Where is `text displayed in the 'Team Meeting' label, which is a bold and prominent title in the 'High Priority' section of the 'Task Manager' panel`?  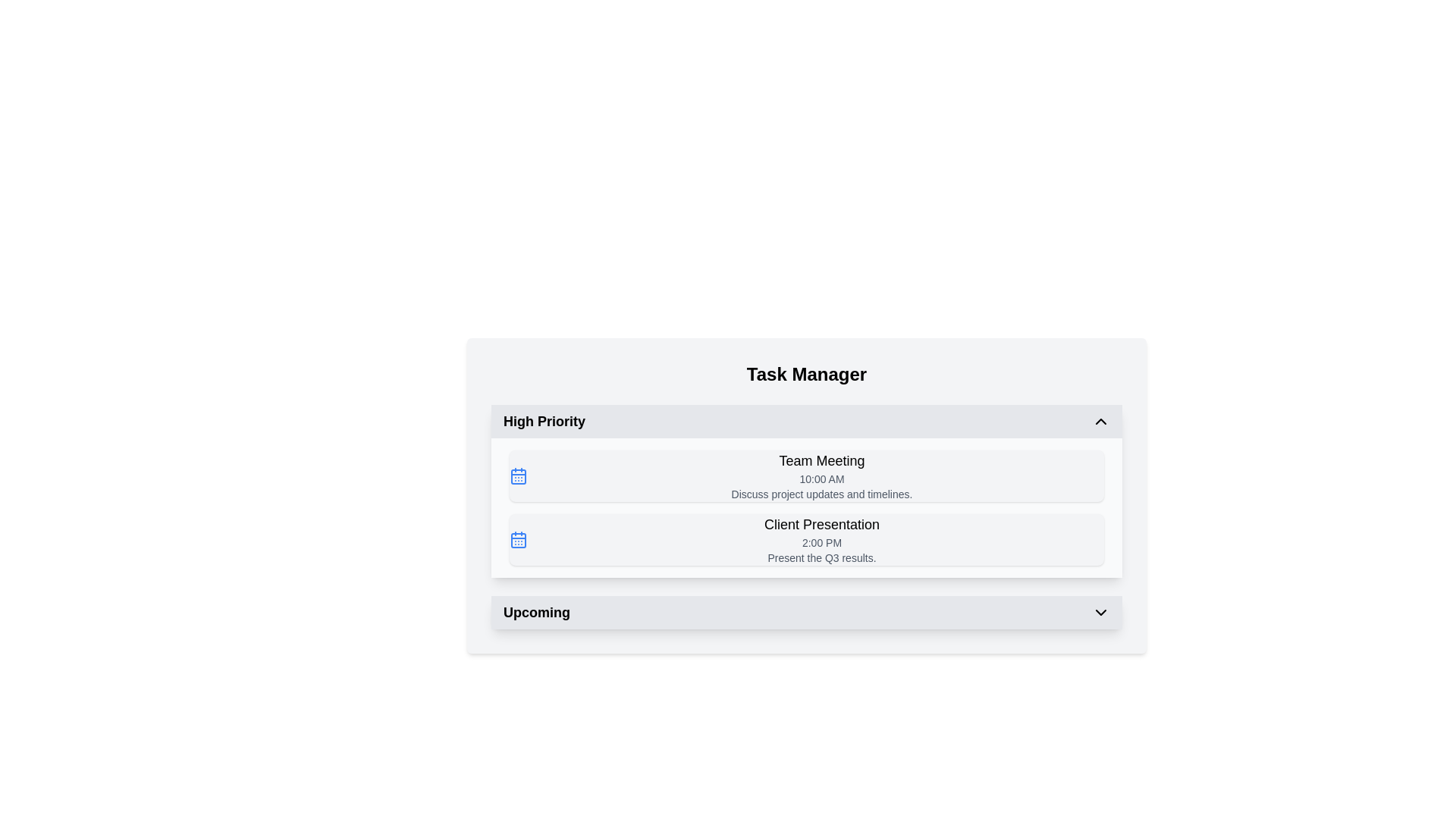 text displayed in the 'Team Meeting' label, which is a bold and prominent title in the 'High Priority' section of the 'Task Manager' panel is located at coordinates (821, 460).